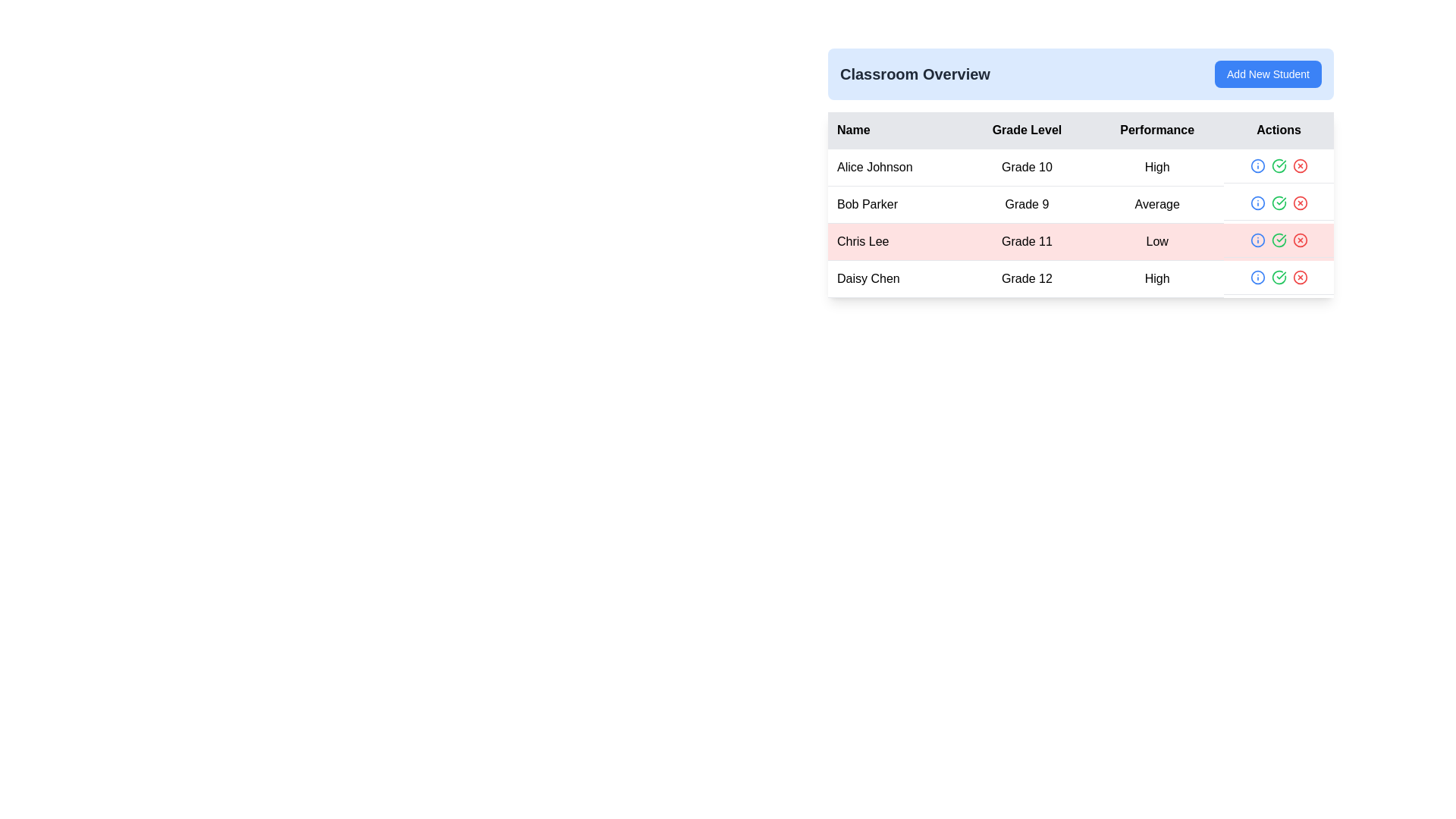  Describe the element at coordinates (896, 205) in the screenshot. I see `the text label 'Bob Parker' in the second row of the table under the 'Name' column, which is styled in a clear sans-serif font and left-aligned` at that location.